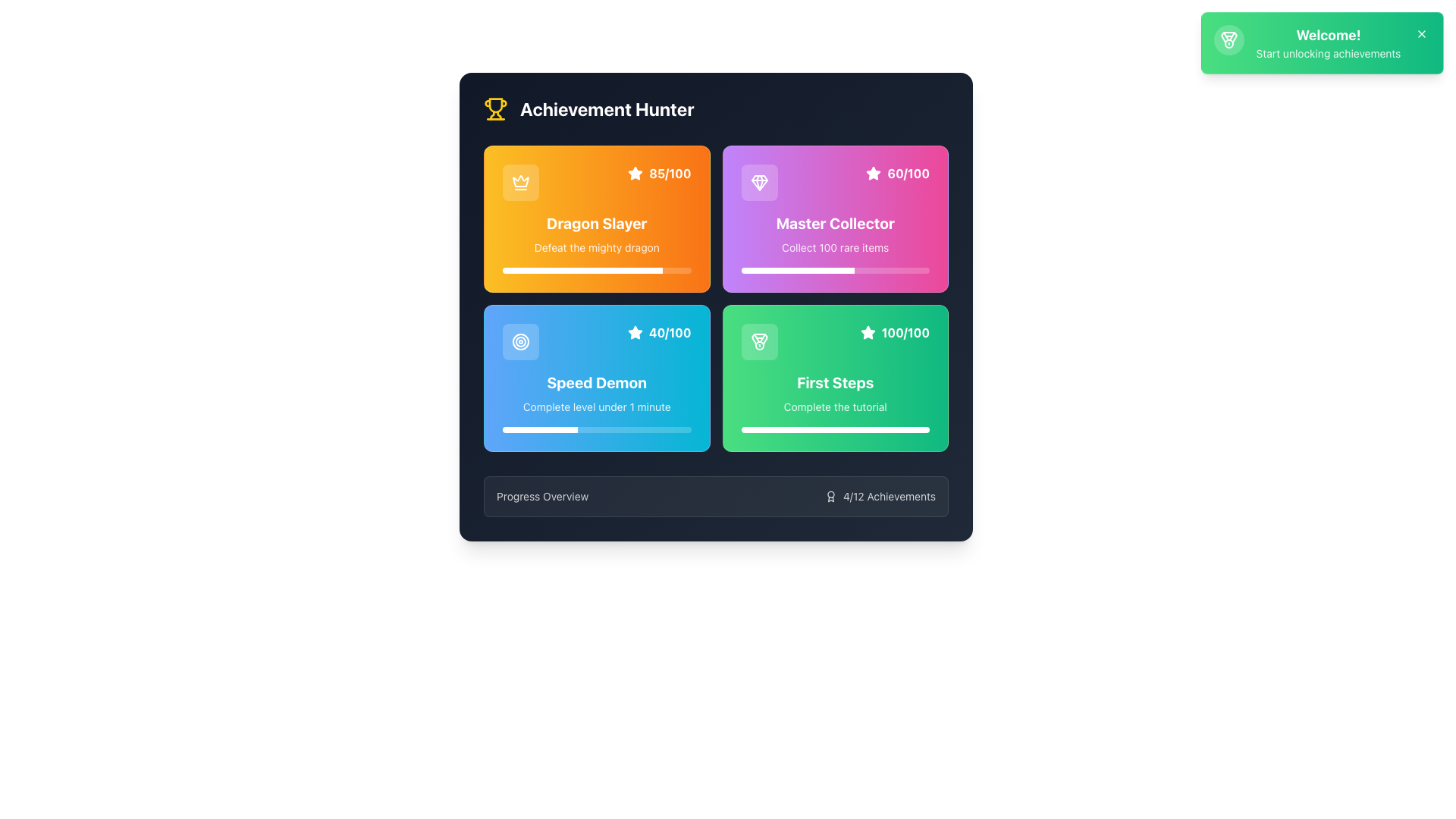  What do you see at coordinates (607, 108) in the screenshot?
I see `the text label that serves as the section header for achievements, located to the right of the trophy icon in the top-left section of the card` at bounding box center [607, 108].